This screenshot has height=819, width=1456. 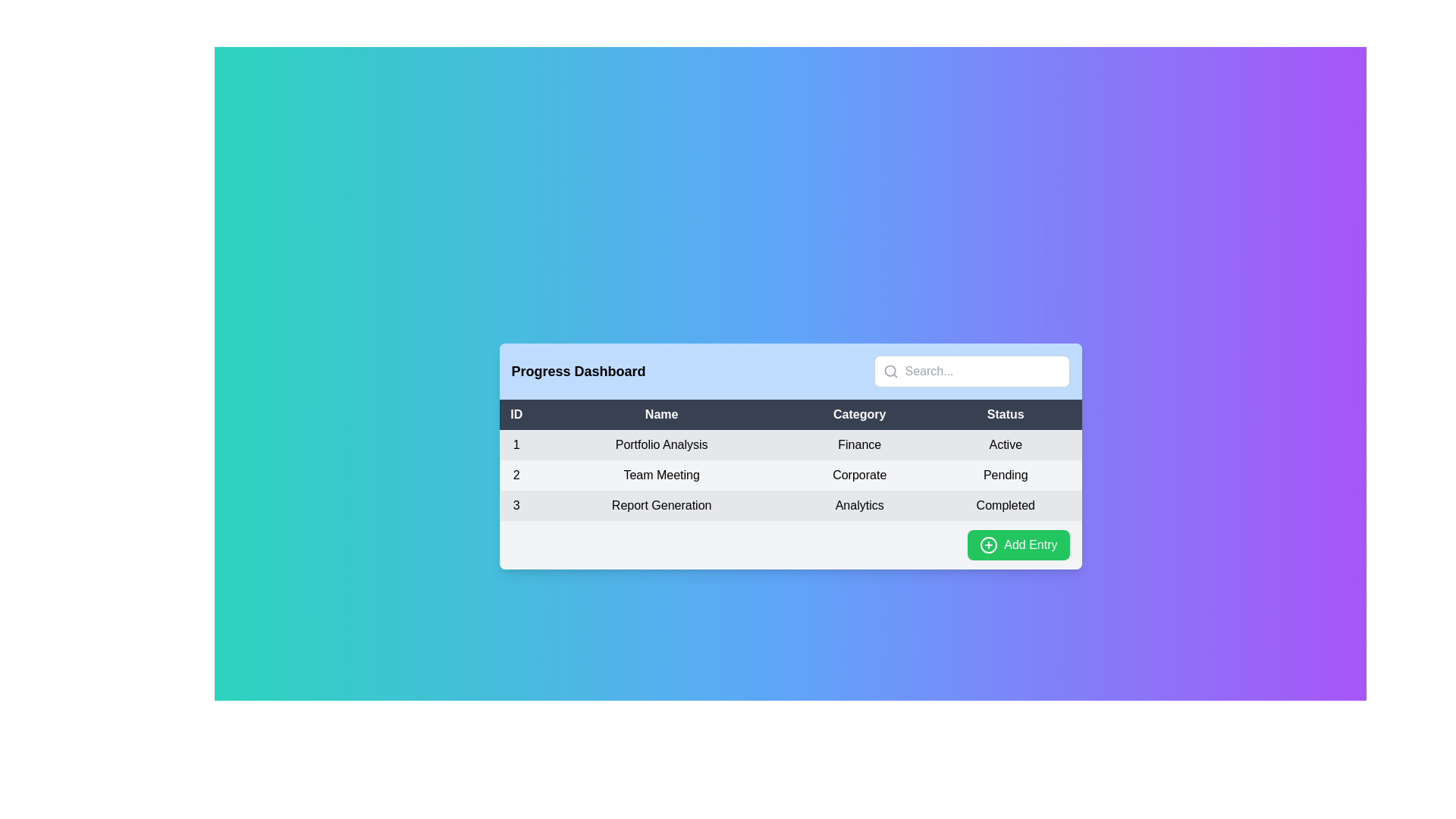 I want to click on the cell in the second row of the table containing '2', 'Team Meeting', 'Corporate', and 'Pending', so click(x=789, y=475).